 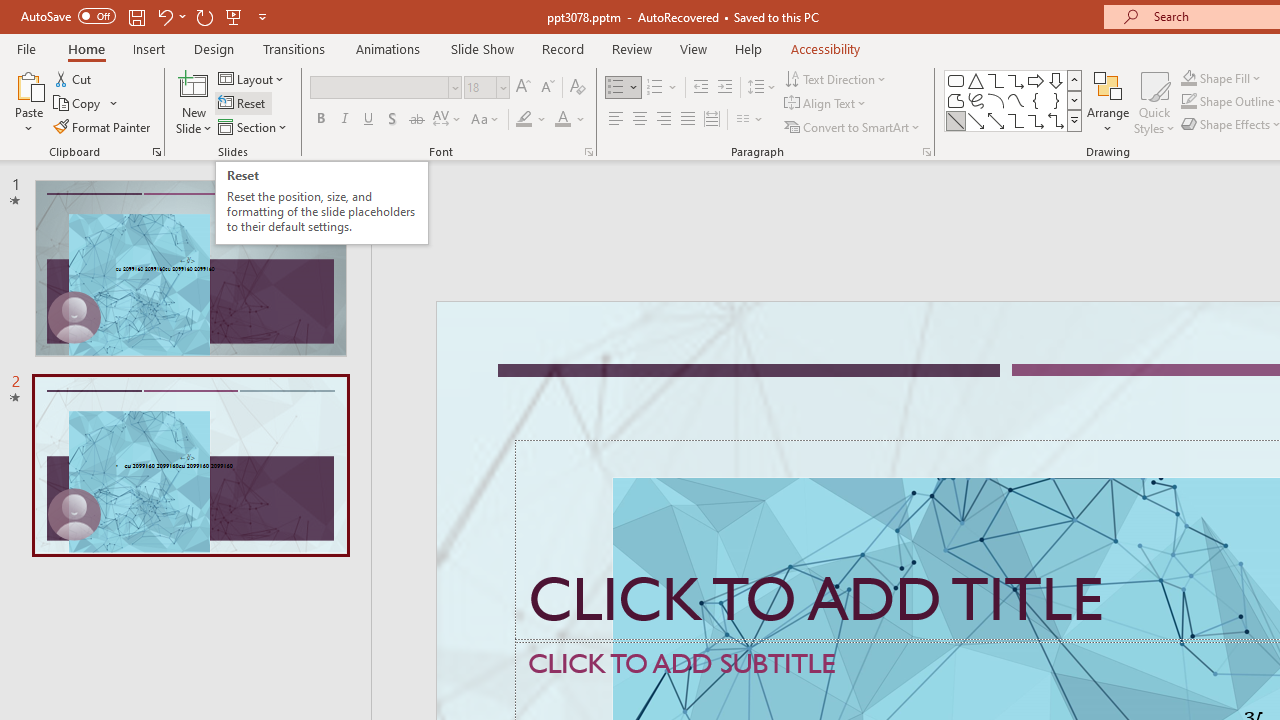 I want to click on 'Line Arrow', so click(x=976, y=120).